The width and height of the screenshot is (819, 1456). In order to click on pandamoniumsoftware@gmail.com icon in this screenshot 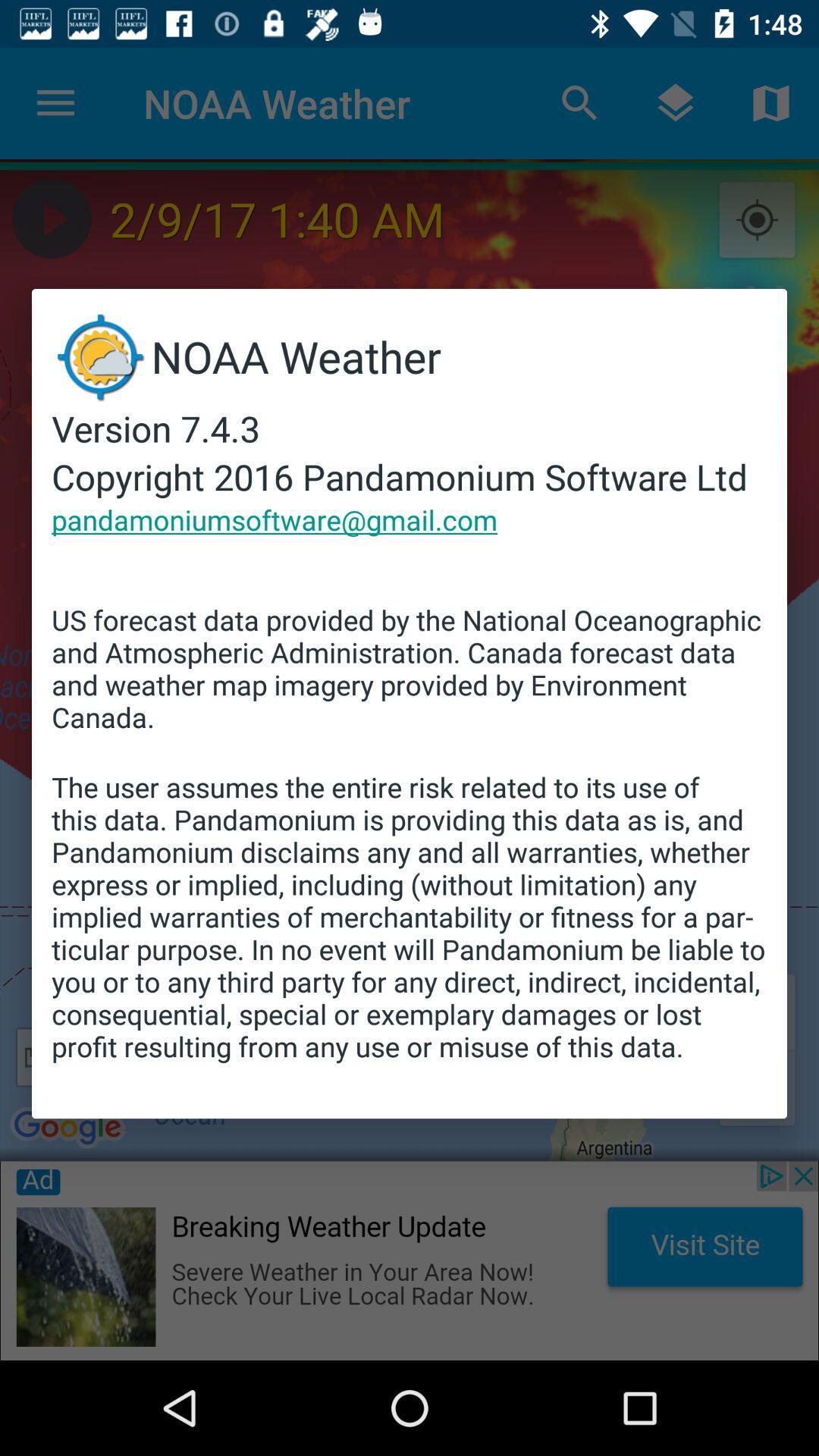, I will do `click(275, 519)`.